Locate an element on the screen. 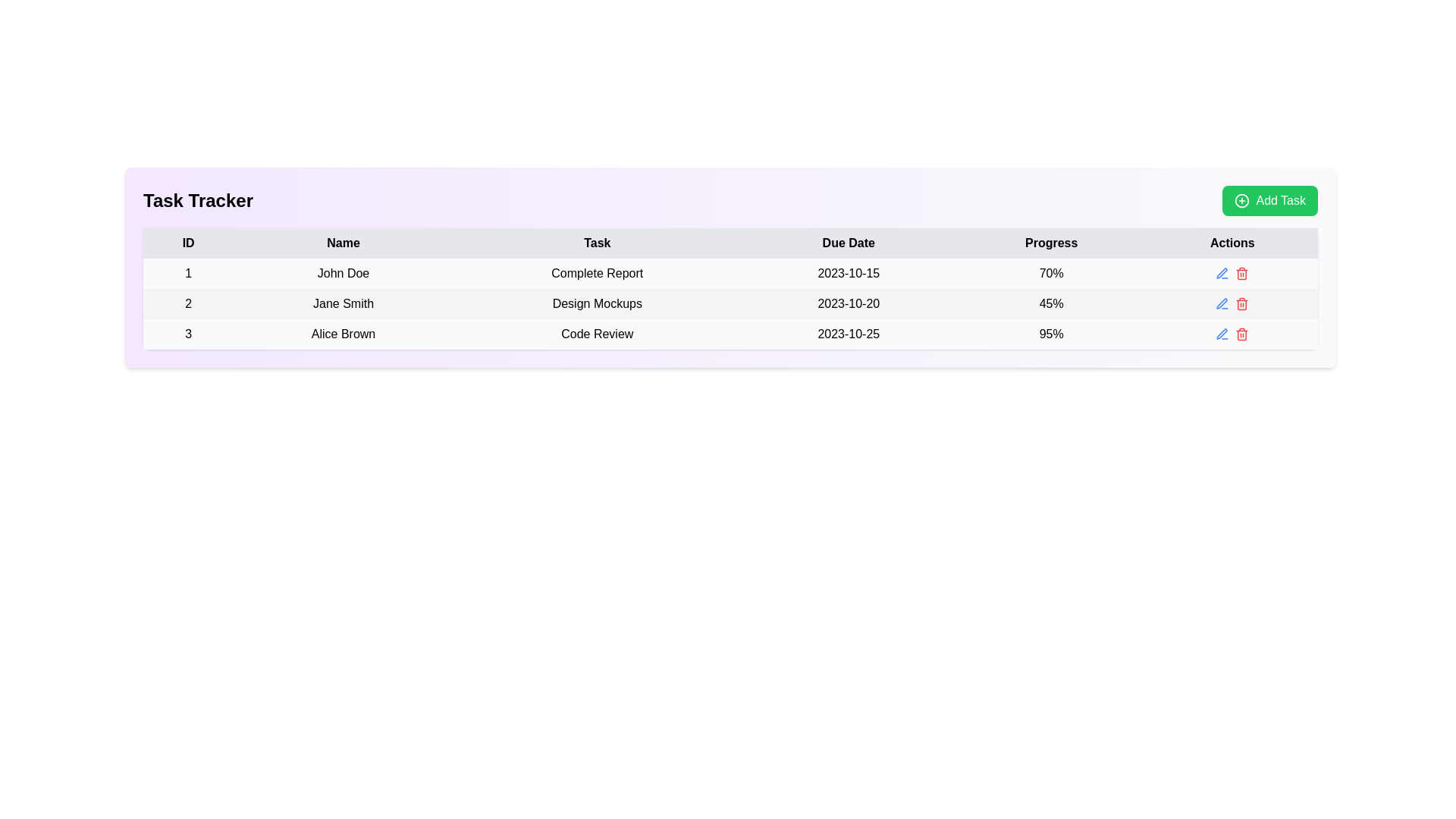  the static text label displaying 'Code Review' located in the third row of the task description column of the data table, positioned between the 'Name' and 'Due Date' columns is located at coordinates (596, 333).